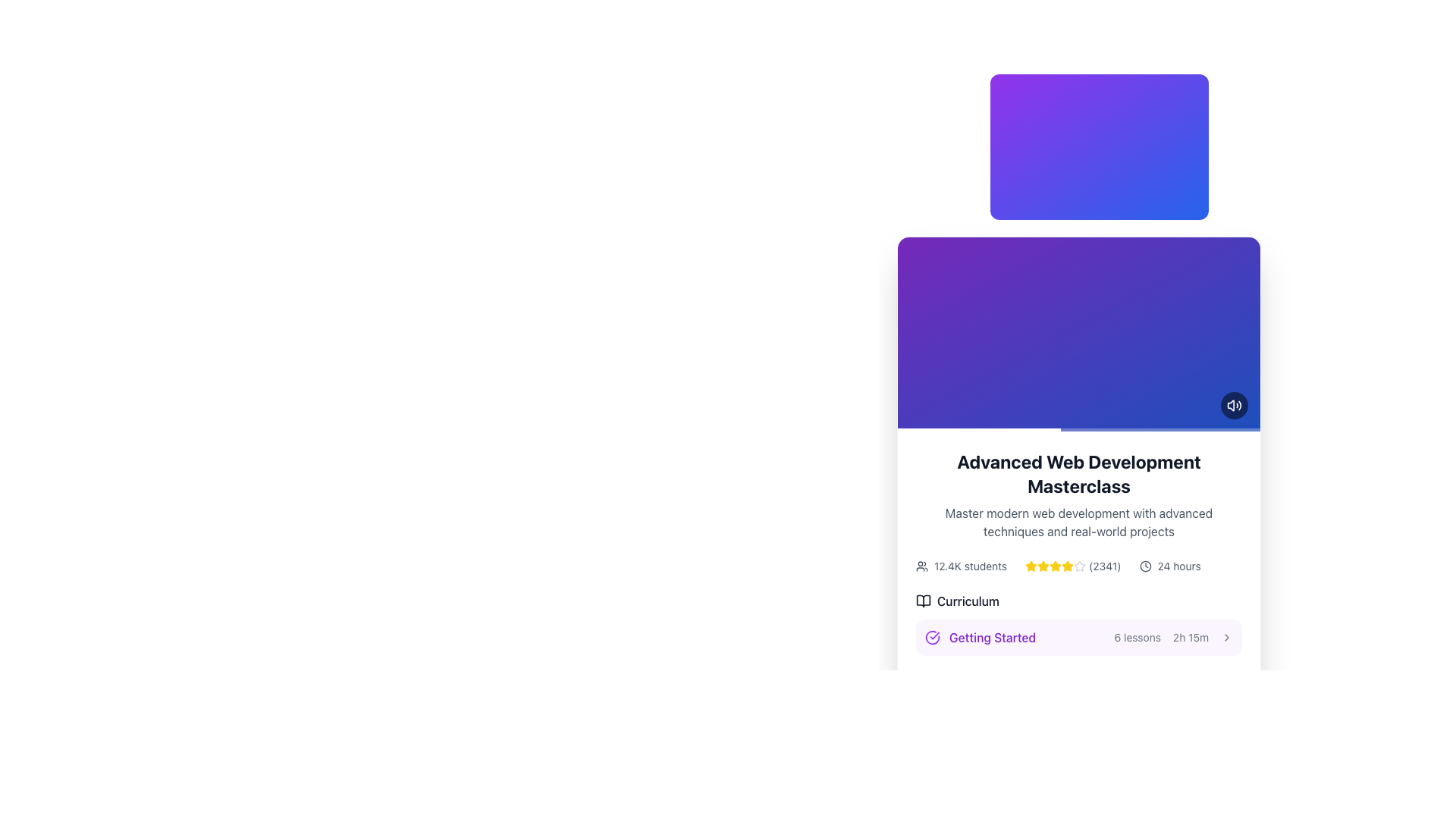  I want to click on text content of the purple-colored label that says 'Getting Started', which is located at the bottom of a course card, next to a circular checkmark icon, so click(981, 637).